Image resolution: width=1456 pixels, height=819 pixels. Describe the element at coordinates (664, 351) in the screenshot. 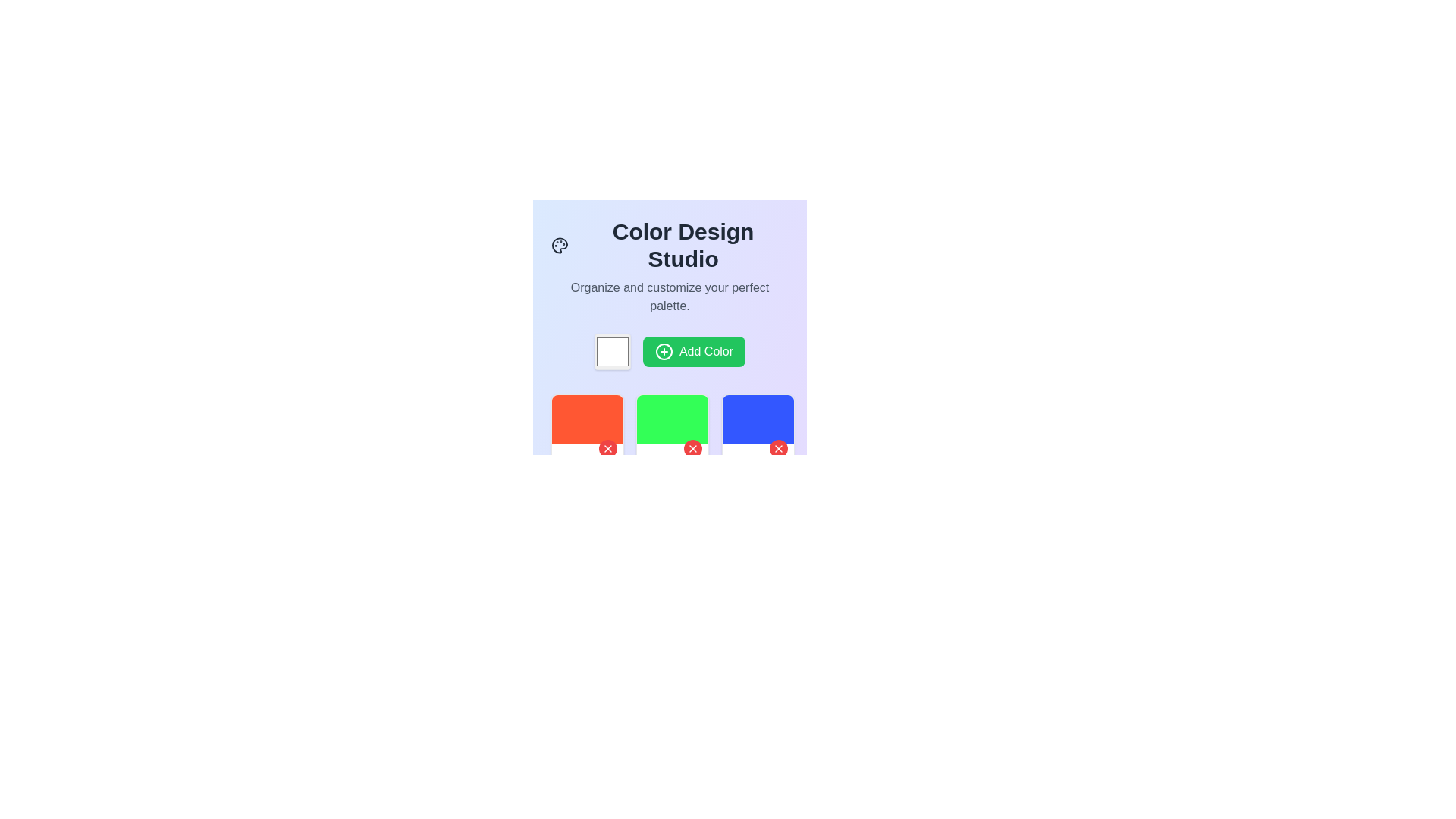

I see `the circular Icon component with a green border located at the center of the interface, positioned to the left of the 'Add Color' button` at that location.